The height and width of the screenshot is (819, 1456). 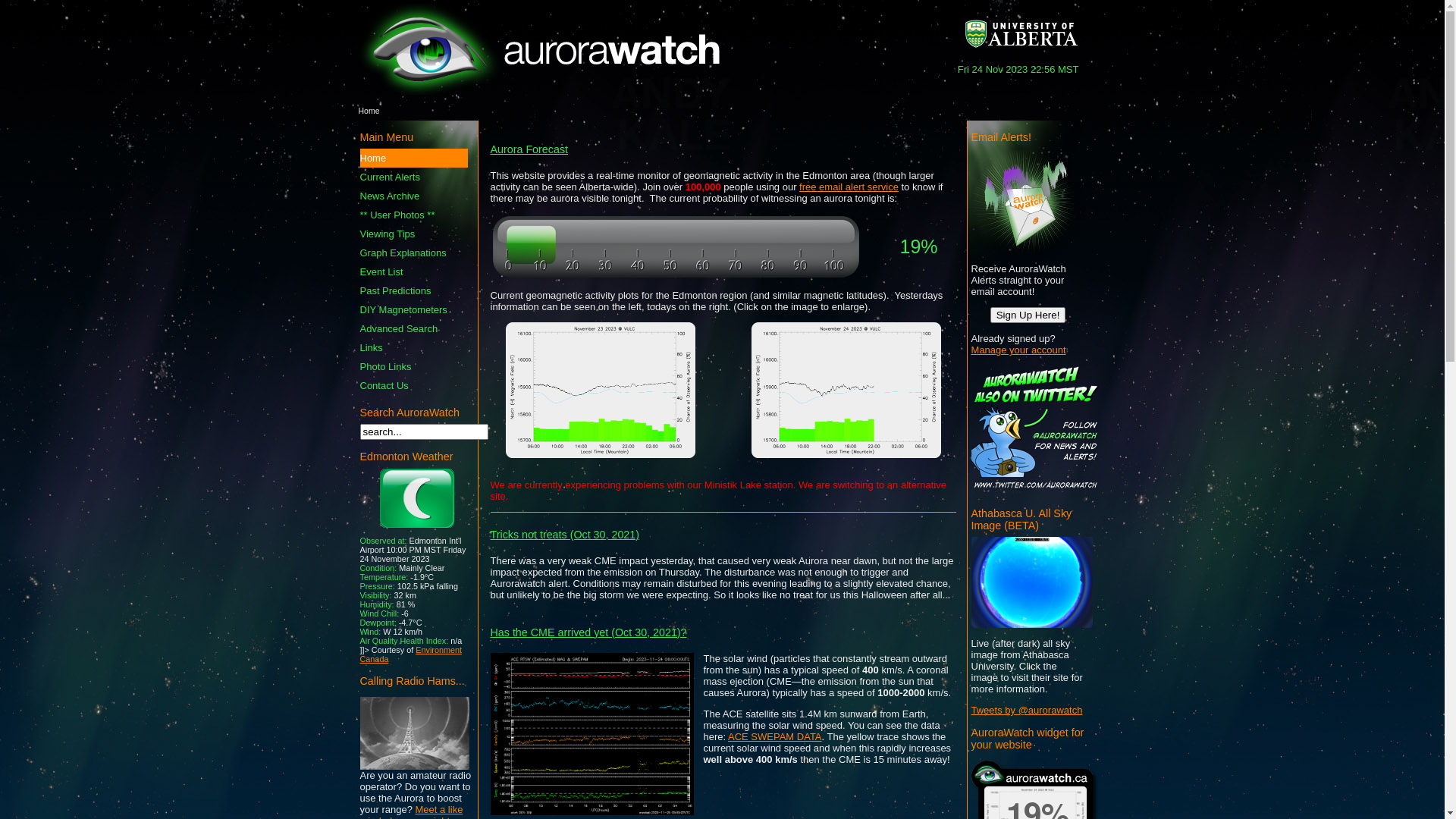 What do you see at coordinates (413, 234) in the screenshot?
I see `'Viewing Tips'` at bounding box center [413, 234].